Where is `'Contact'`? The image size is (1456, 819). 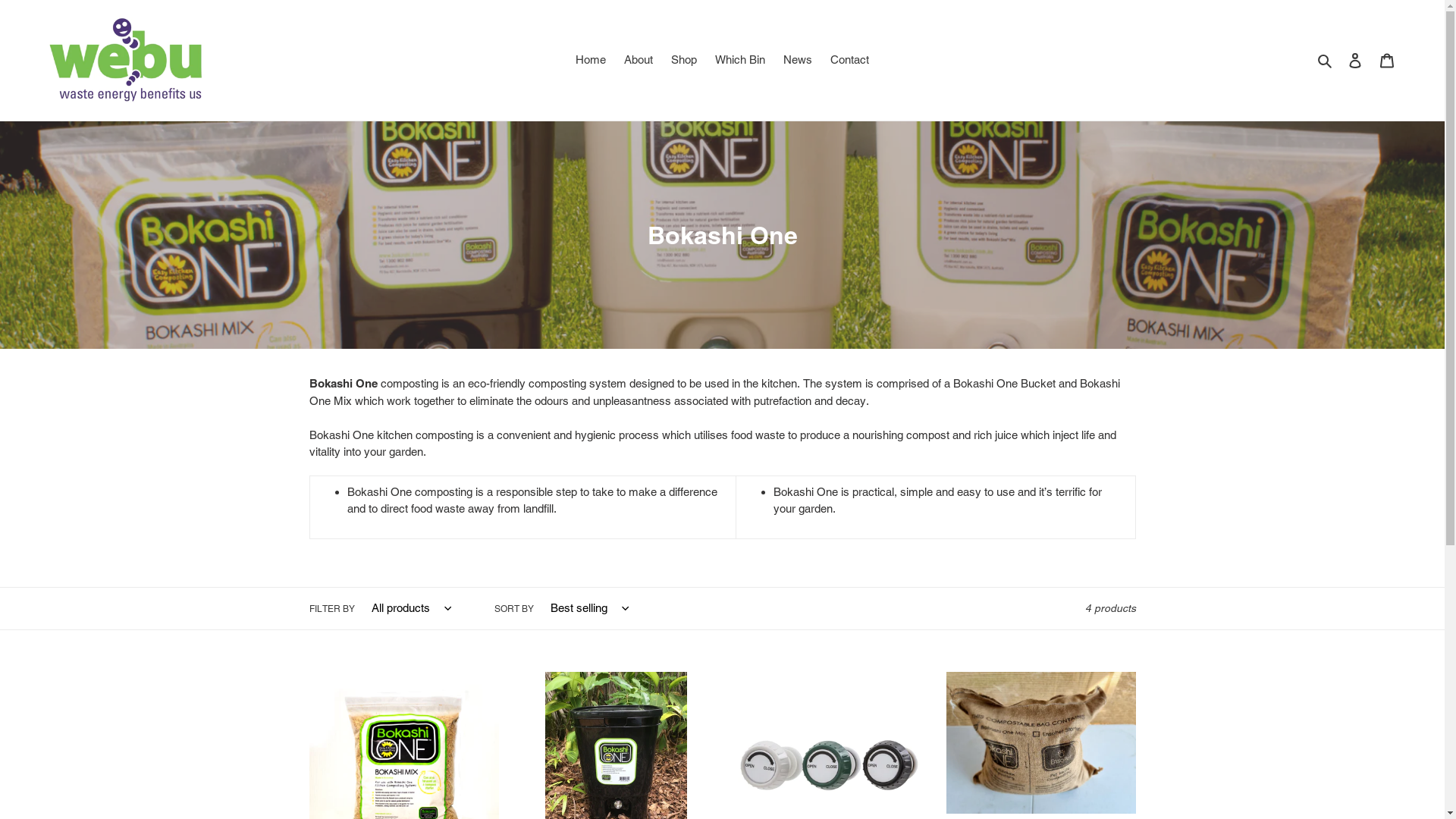 'Contact' is located at coordinates (821, 59).